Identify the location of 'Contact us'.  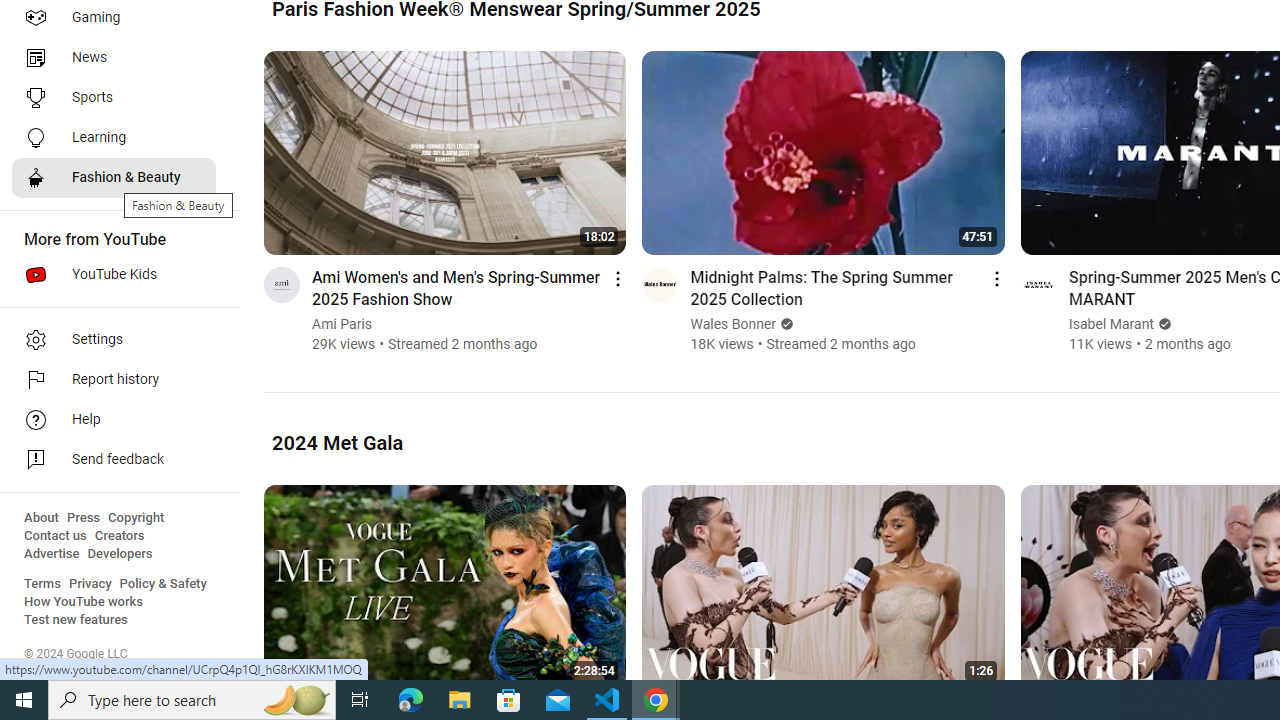
(55, 535).